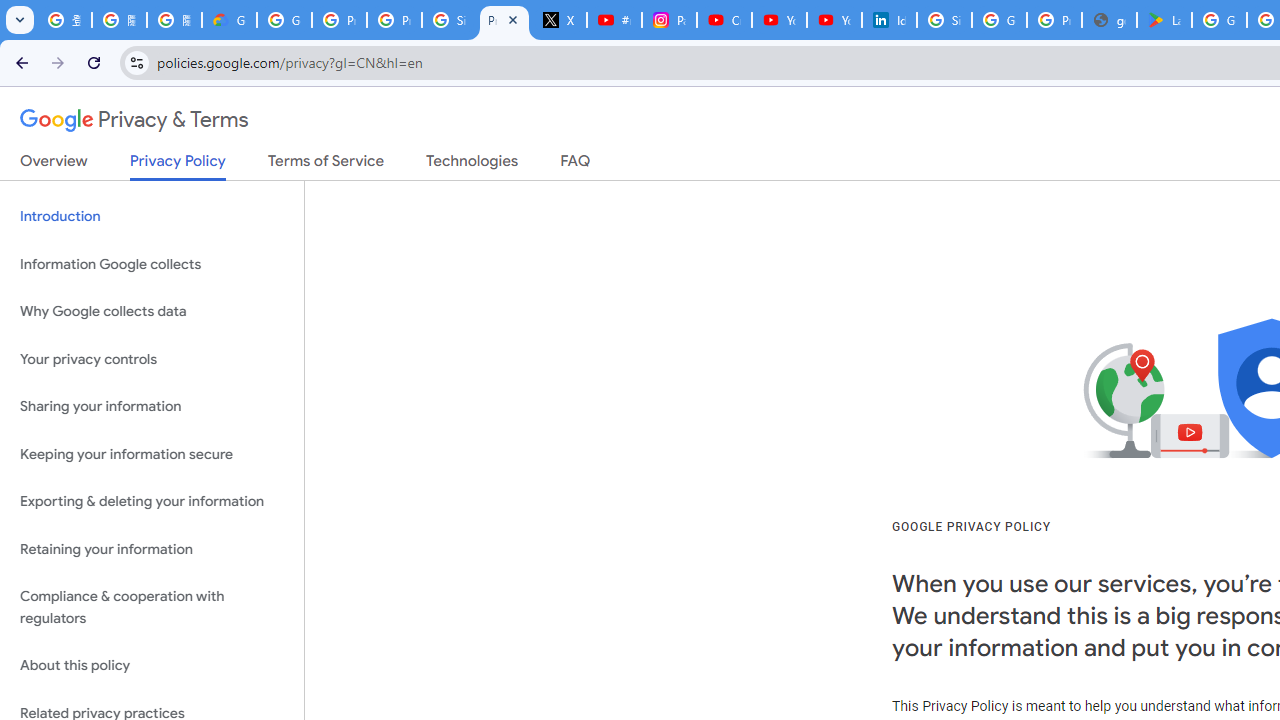 This screenshot has width=1280, height=720. What do you see at coordinates (560, 20) in the screenshot?
I see `'X'` at bounding box center [560, 20].